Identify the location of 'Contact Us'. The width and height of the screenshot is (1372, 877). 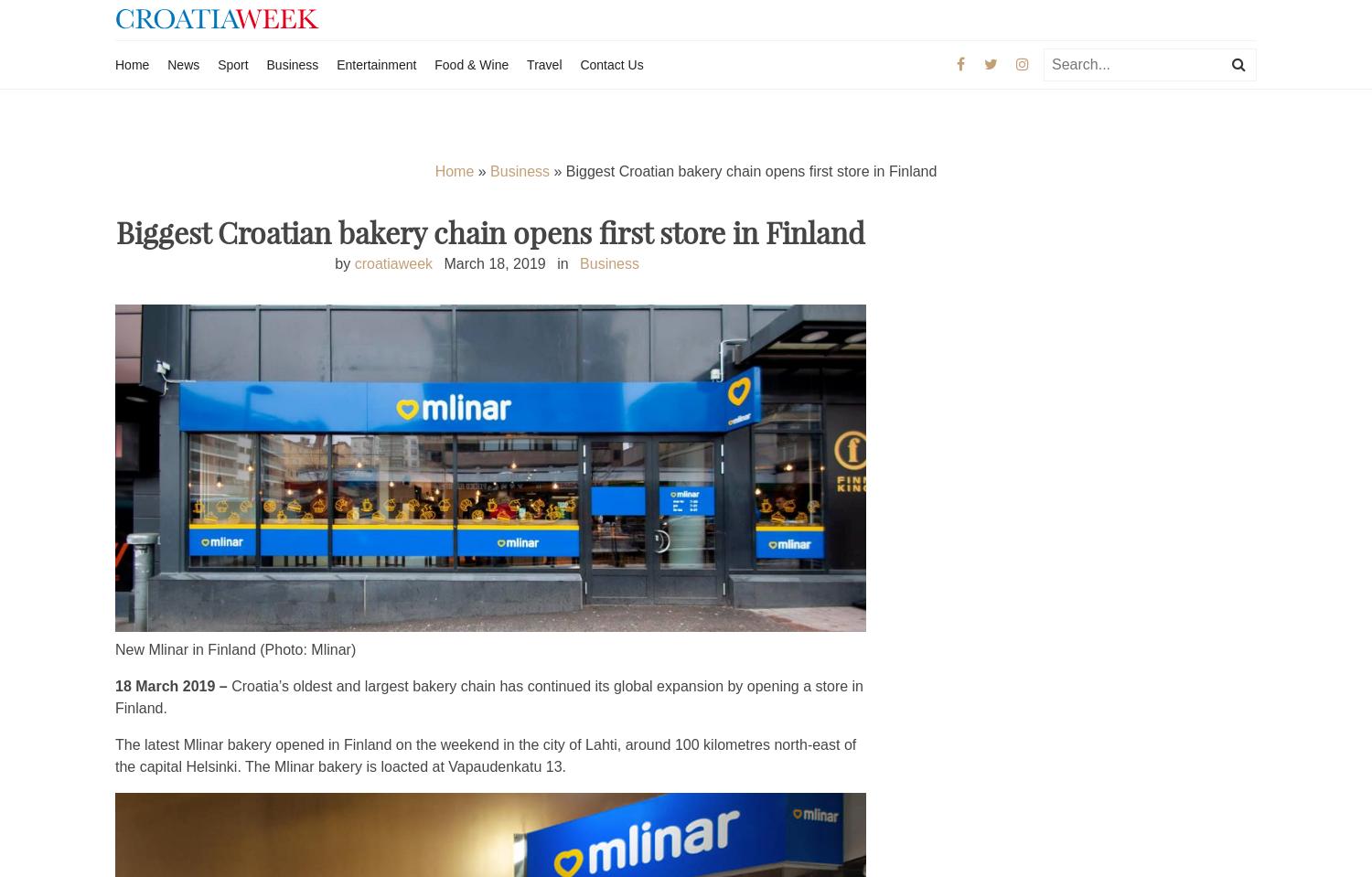
(580, 64).